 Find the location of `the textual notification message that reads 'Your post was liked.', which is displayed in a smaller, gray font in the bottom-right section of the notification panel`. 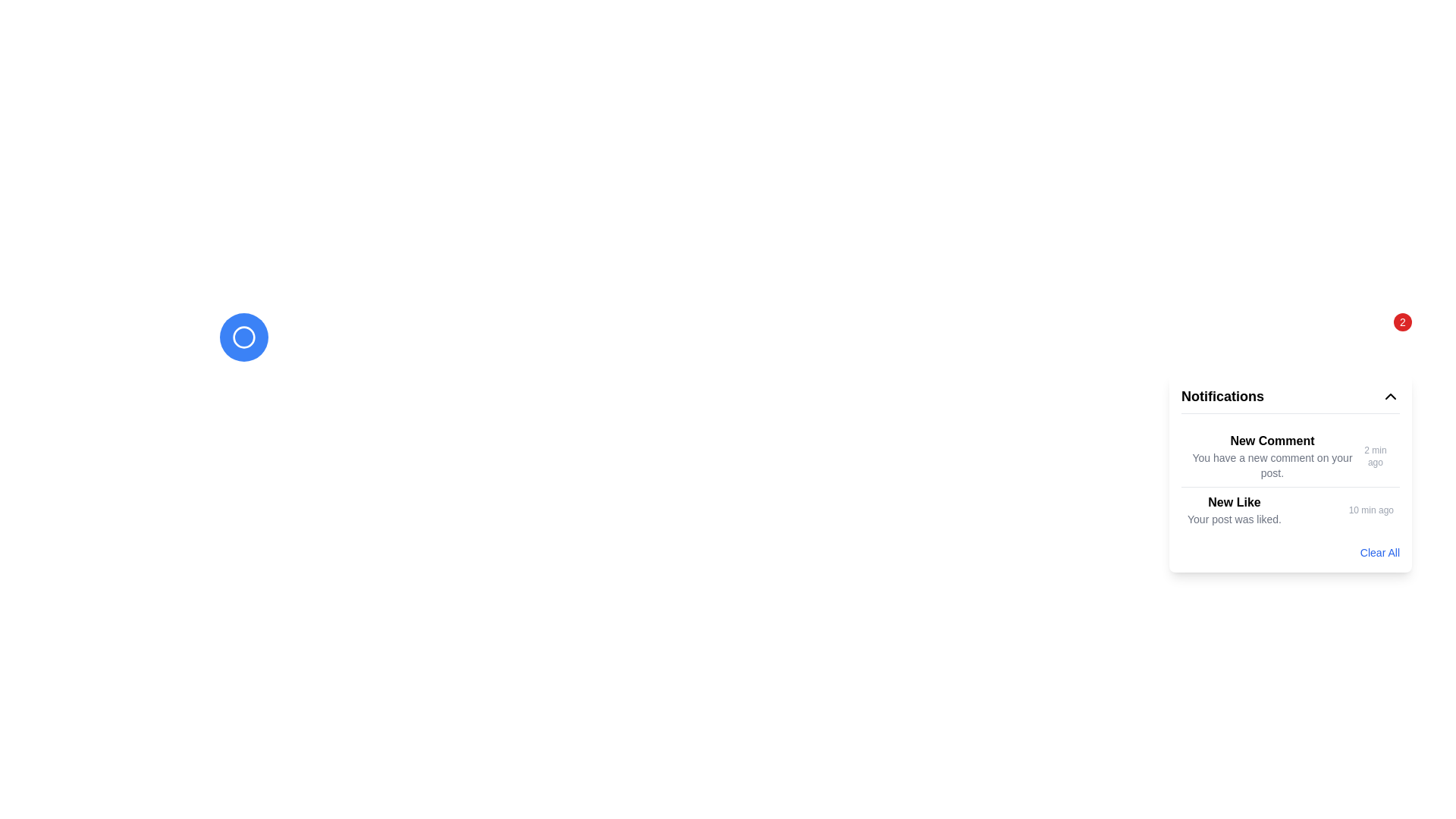

the textual notification message that reads 'Your post was liked.', which is displayed in a smaller, gray font in the bottom-right section of the notification panel is located at coordinates (1234, 519).